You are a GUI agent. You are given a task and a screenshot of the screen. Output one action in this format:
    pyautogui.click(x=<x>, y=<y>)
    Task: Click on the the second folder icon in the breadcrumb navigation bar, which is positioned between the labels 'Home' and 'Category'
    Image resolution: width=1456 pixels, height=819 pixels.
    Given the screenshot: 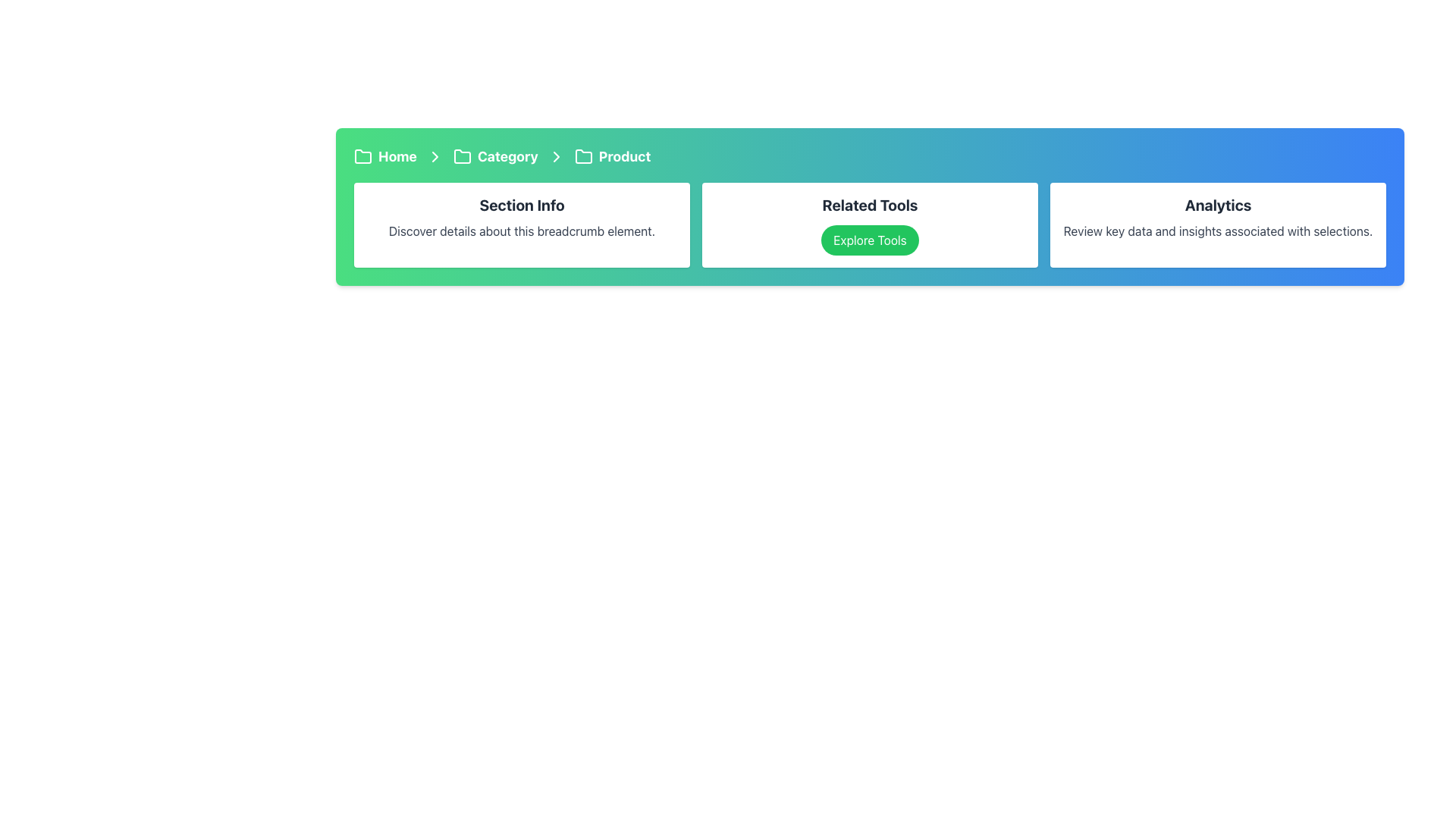 What is the action you would take?
    pyautogui.click(x=582, y=156)
    